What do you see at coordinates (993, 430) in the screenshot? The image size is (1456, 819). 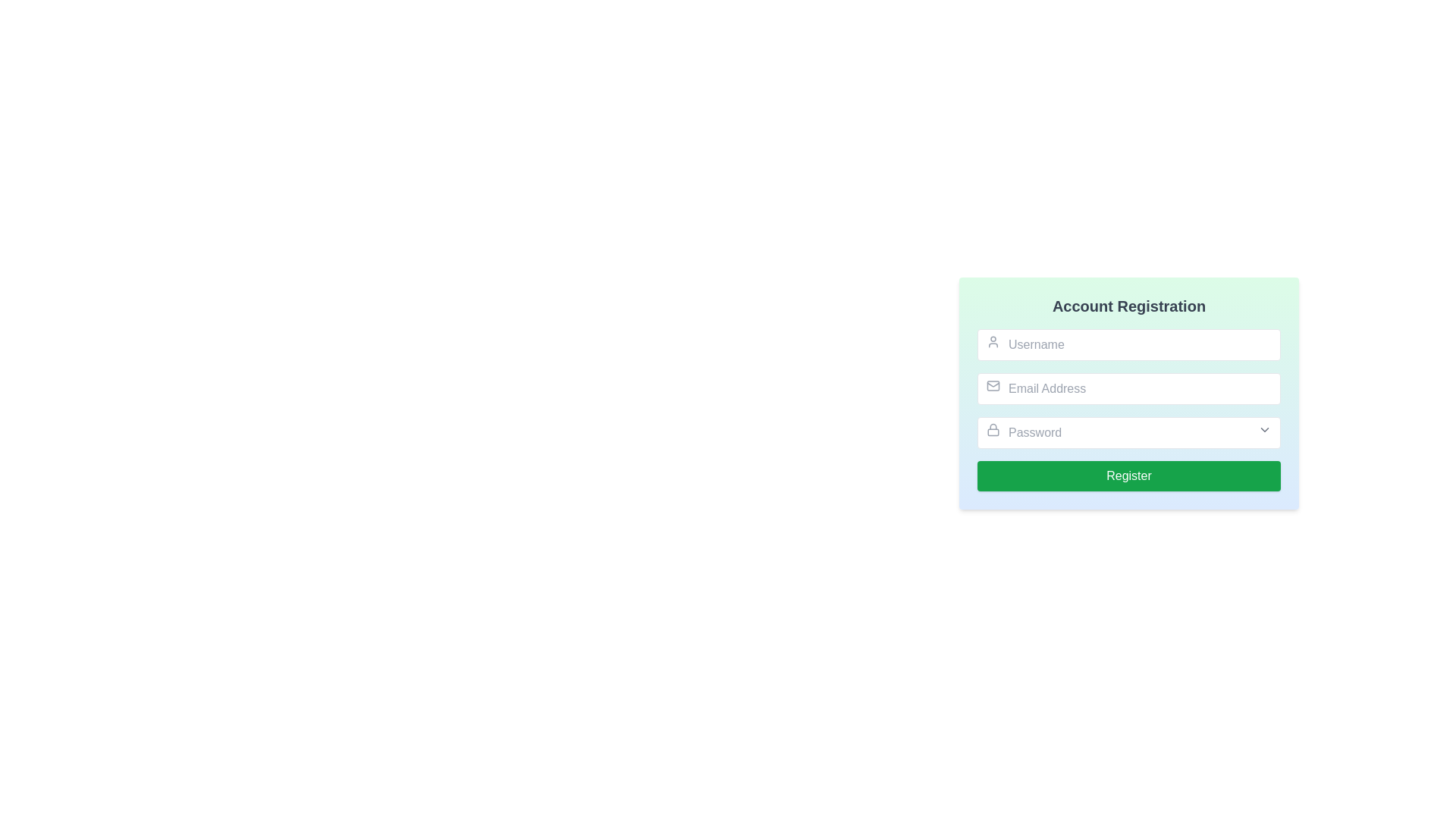 I see `the padlock icon located at the beginning of the password input field in the 'Account Registration' form` at bounding box center [993, 430].